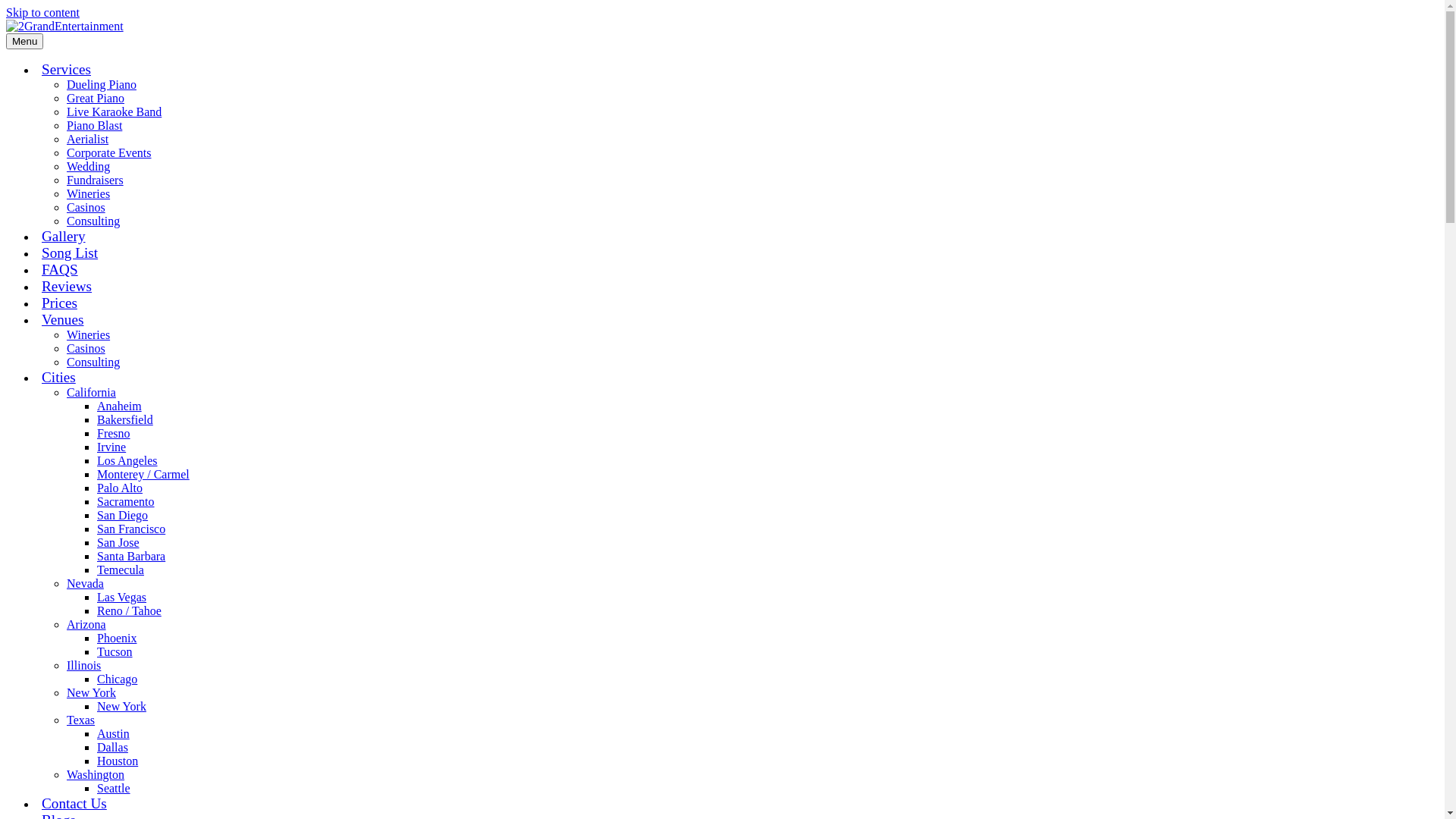 This screenshot has width=1456, height=819. Describe the element at coordinates (86, 624) in the screenshot. I see `'Arizona'` at that location.